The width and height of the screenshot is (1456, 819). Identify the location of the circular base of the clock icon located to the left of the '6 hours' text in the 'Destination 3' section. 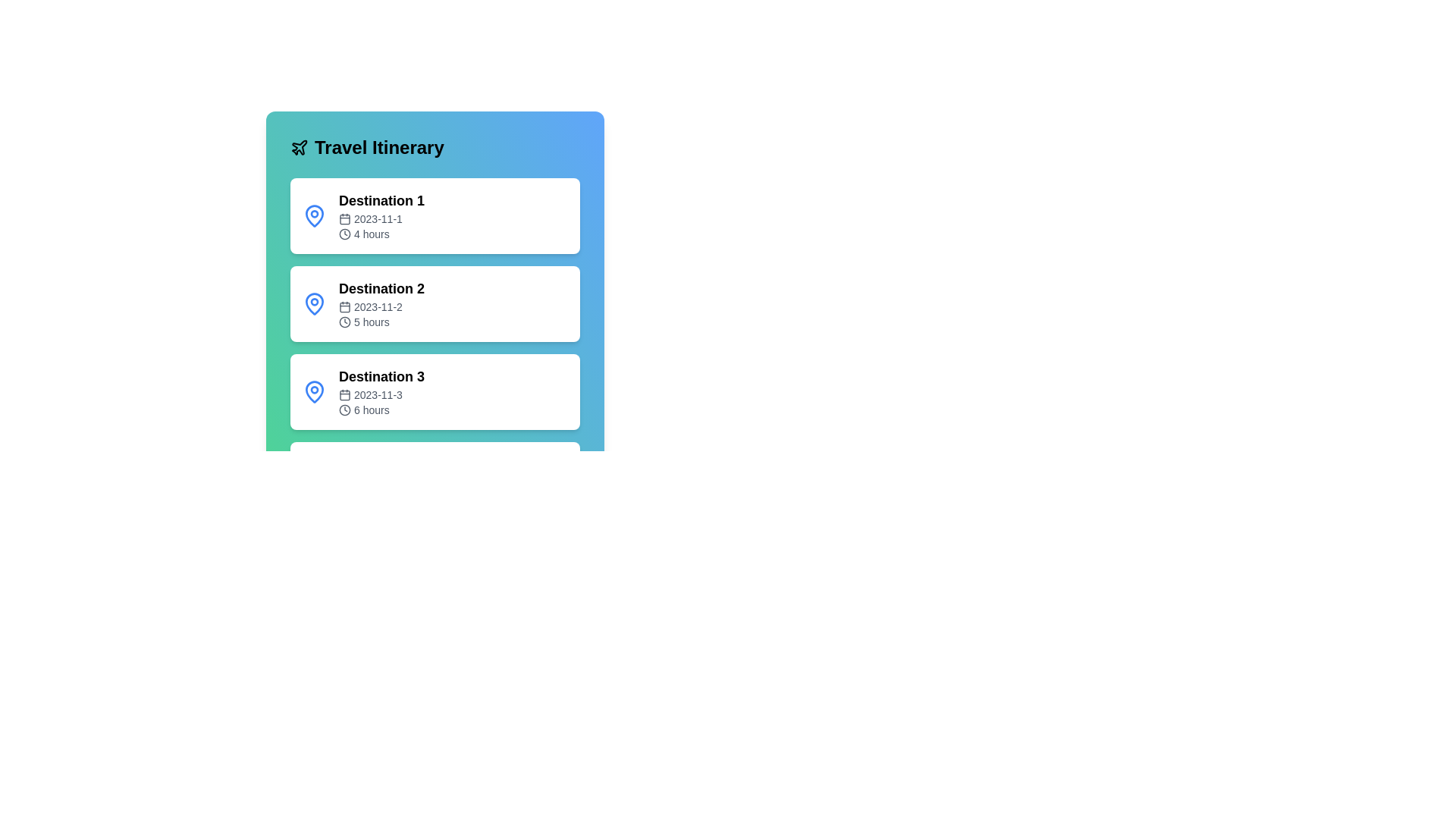
(344, 409).